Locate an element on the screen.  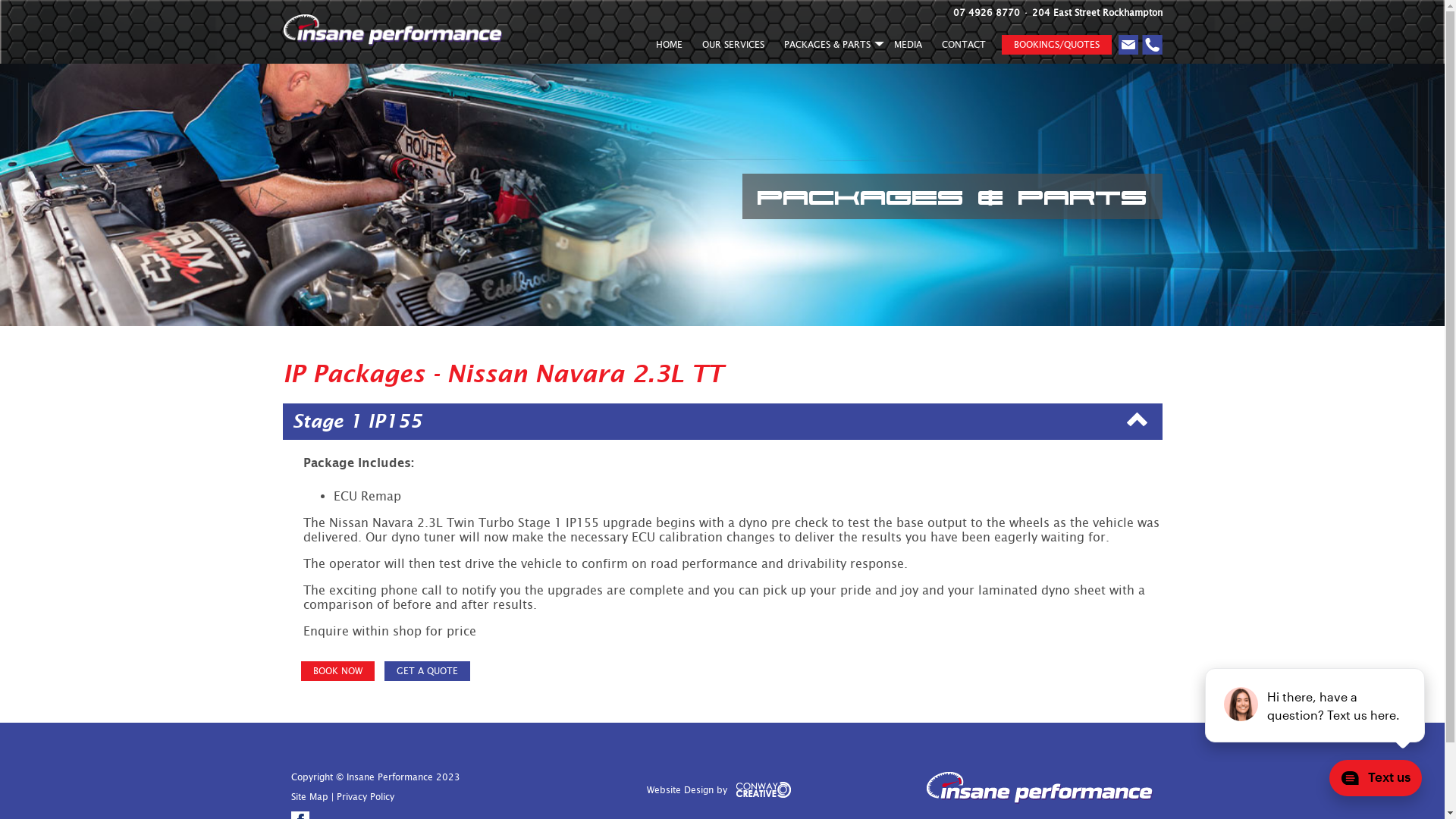
'BOOK NOW' is located at coordinates (336, 670).